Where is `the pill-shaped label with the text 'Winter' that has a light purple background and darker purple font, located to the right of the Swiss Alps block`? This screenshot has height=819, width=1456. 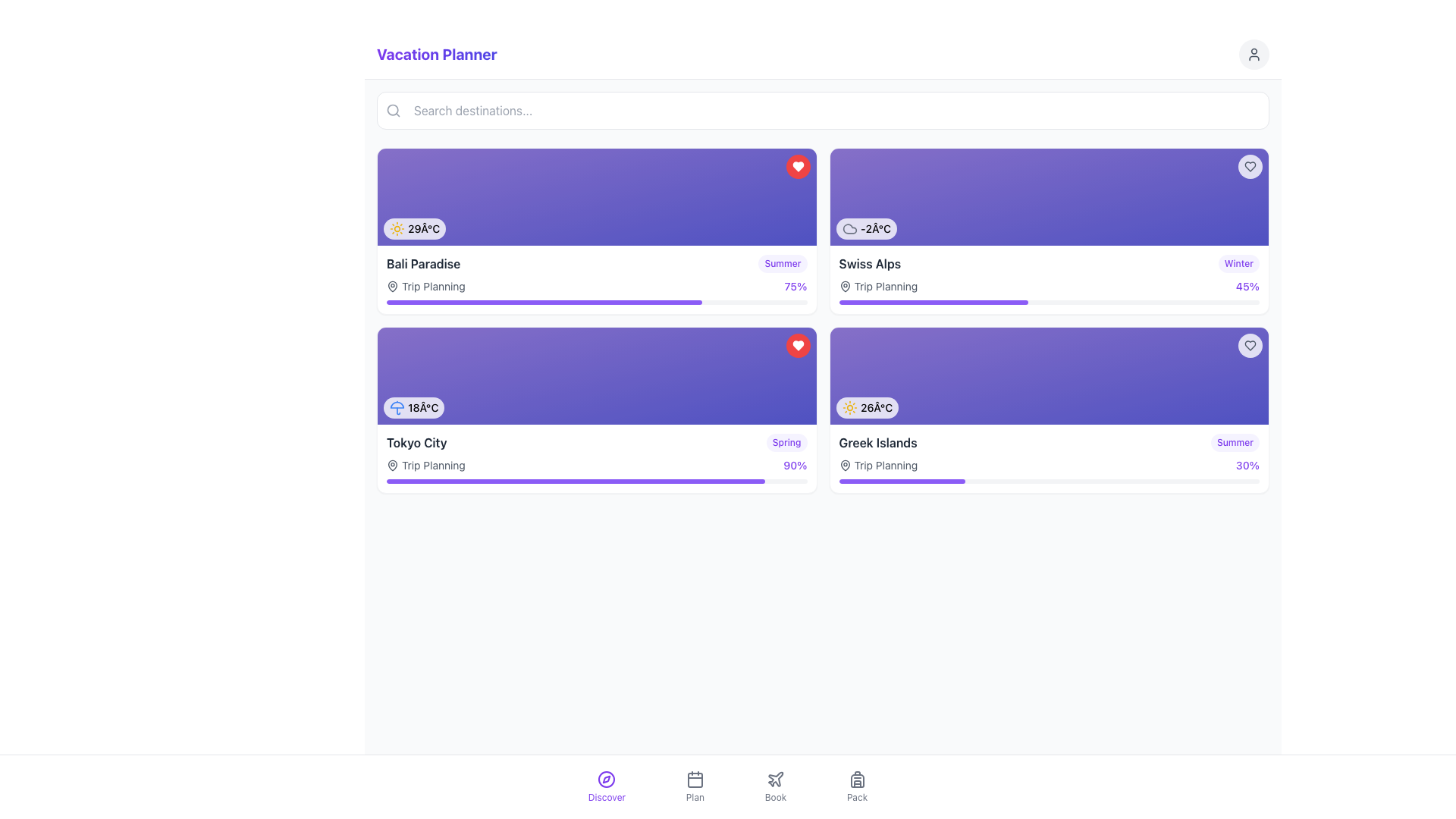
the pill-shaped label with the text 'Winter' that has a light purple background and darker purple font, located to the right of the Swiss Alps block is located at coordinates (1238, 262).